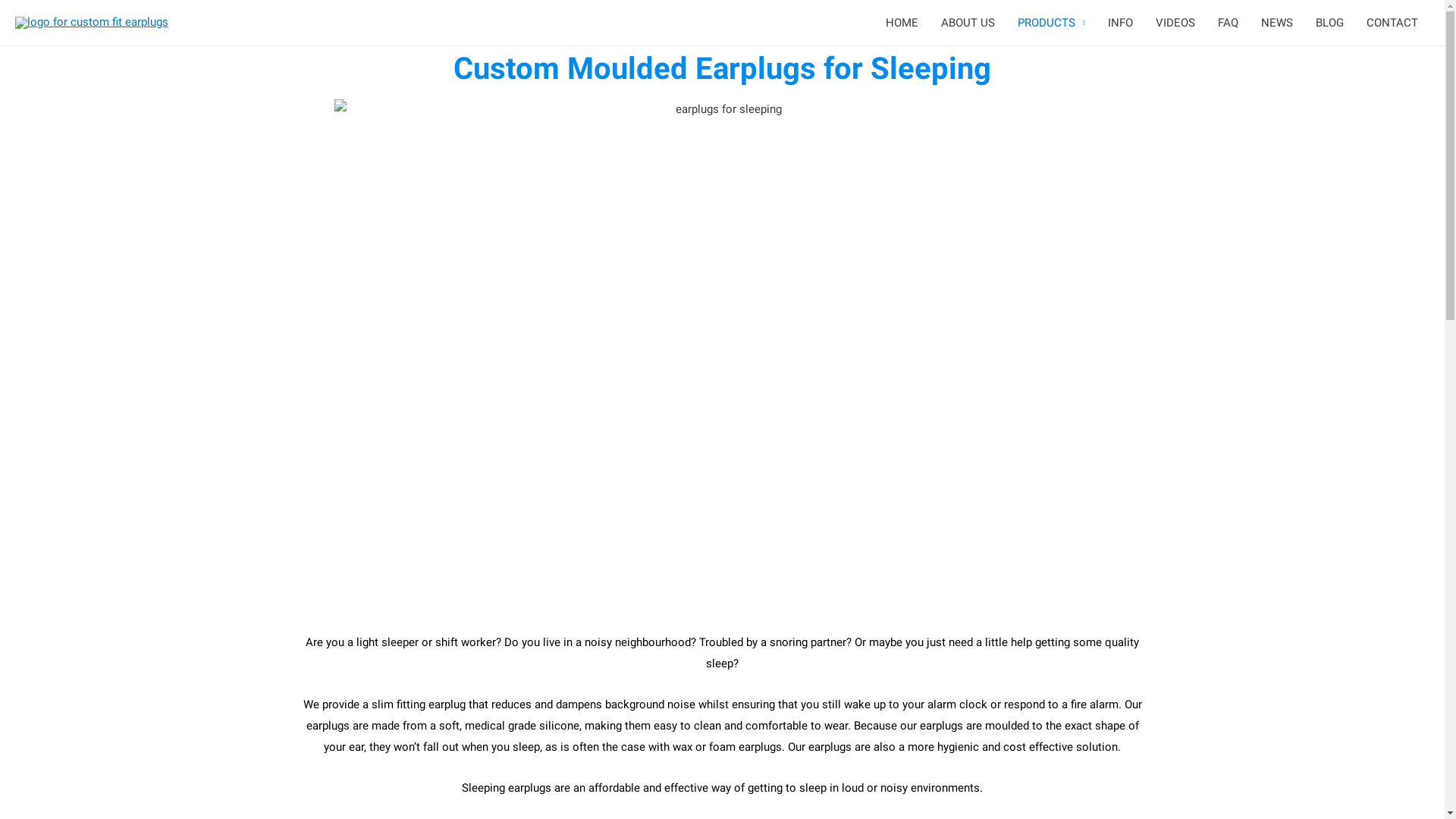 This screenshot has width=1456, height=819. What do you see at coordinates (1120, 23) in the screenshot?
I see `'INFO'` at bounding box center [1120, 23].